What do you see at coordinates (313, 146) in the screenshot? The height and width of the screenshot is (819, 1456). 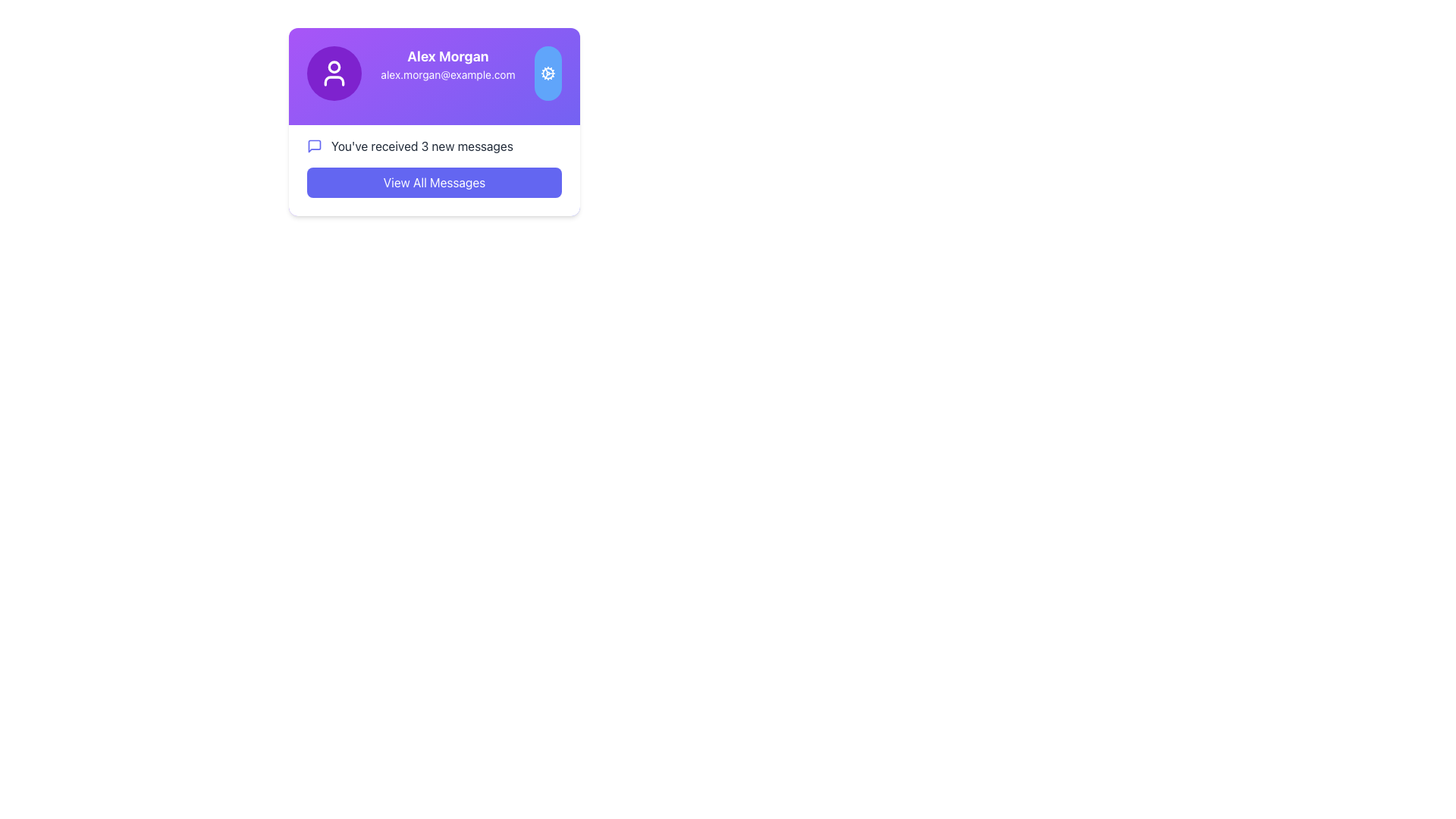 I see `the SVG icon indicating new messages located to the left of the text 'You've received 3 new messages'` at bounding box center [313, 146].